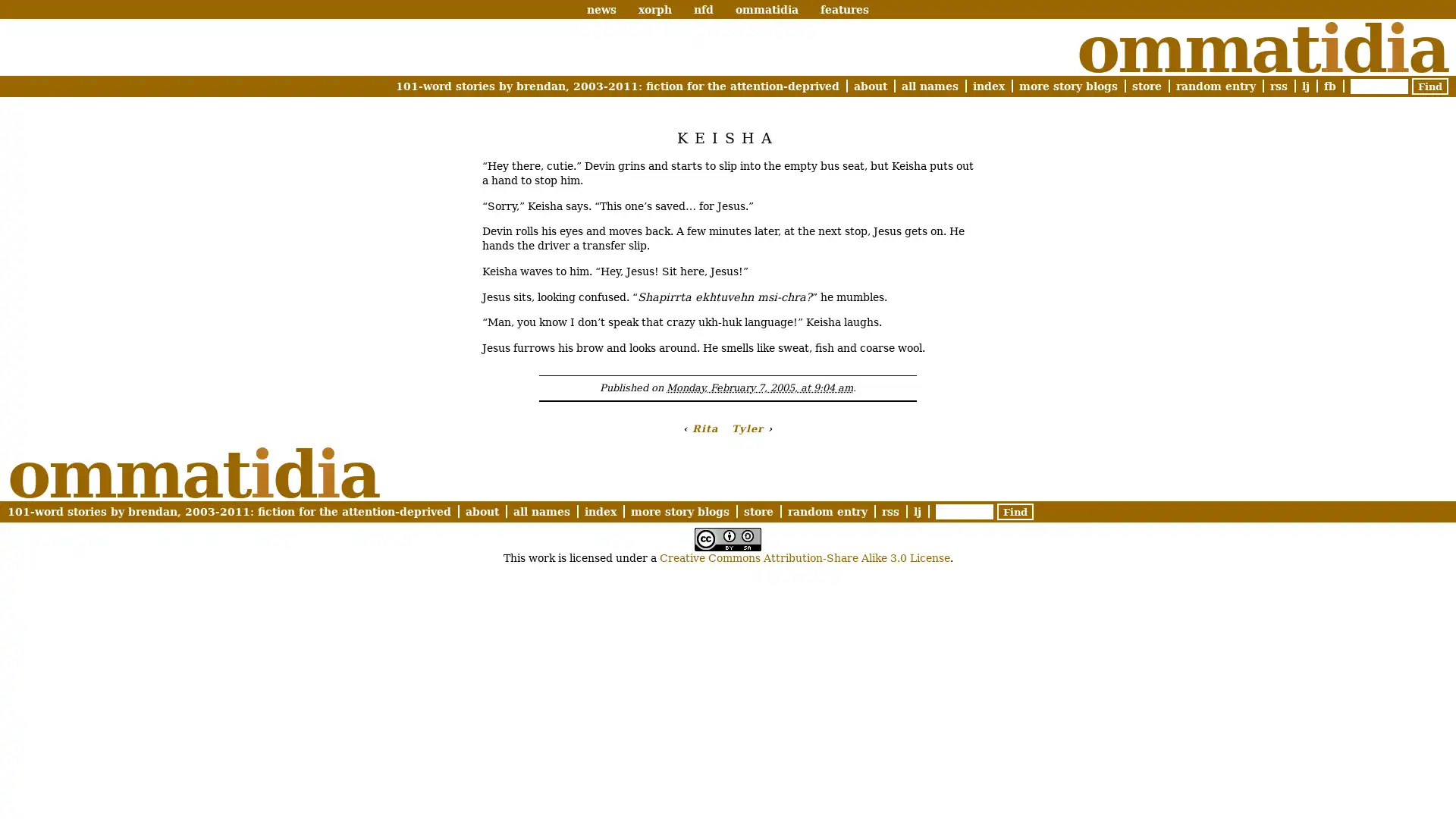 Image resolution: width=1456 pixels, height=819 pixels. Describe the element at coordinates (1015, 511) in the screenshot. I see `Find` at that location.